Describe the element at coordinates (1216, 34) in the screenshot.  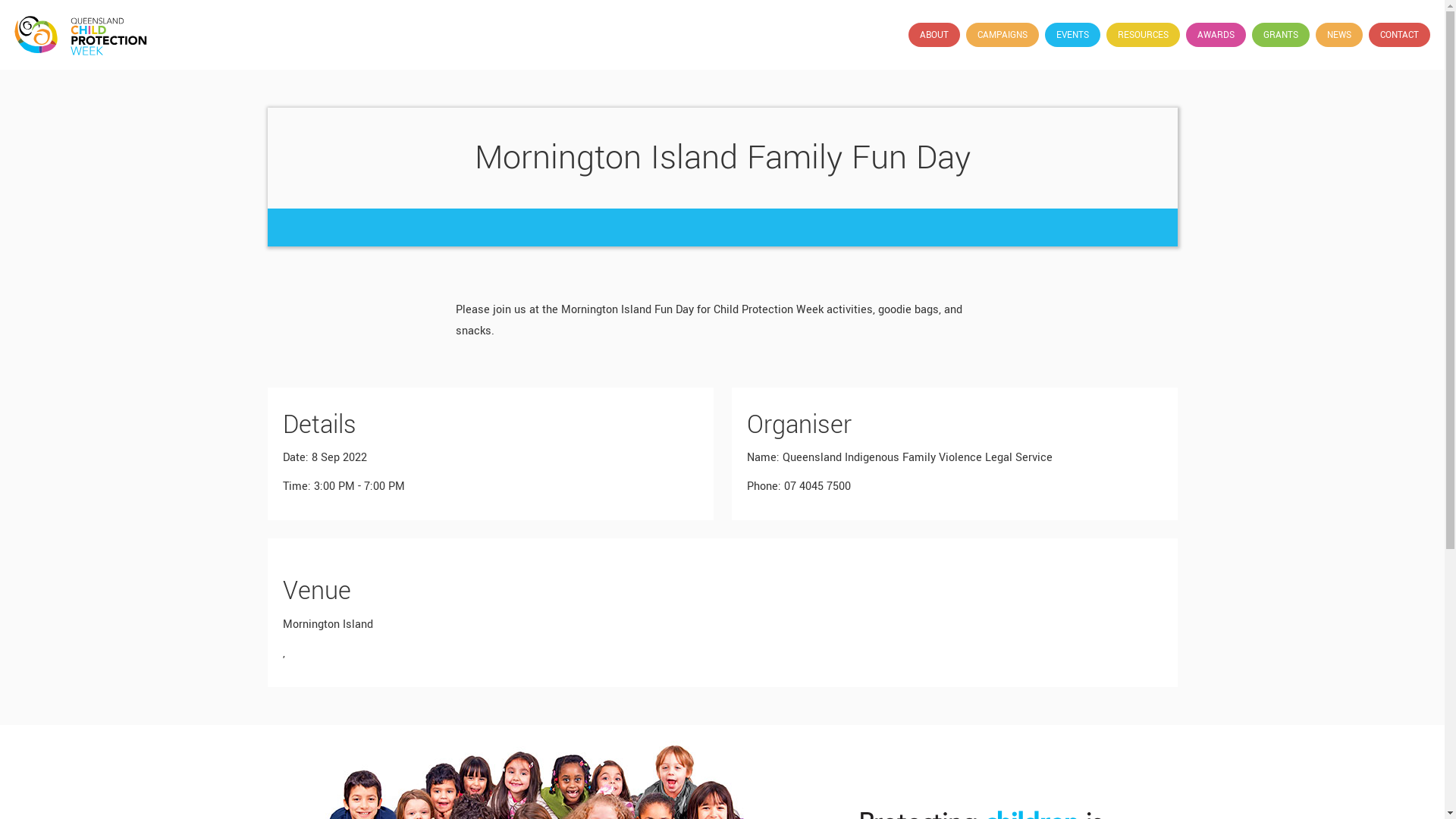
I see `'AWARDS'` at that location.